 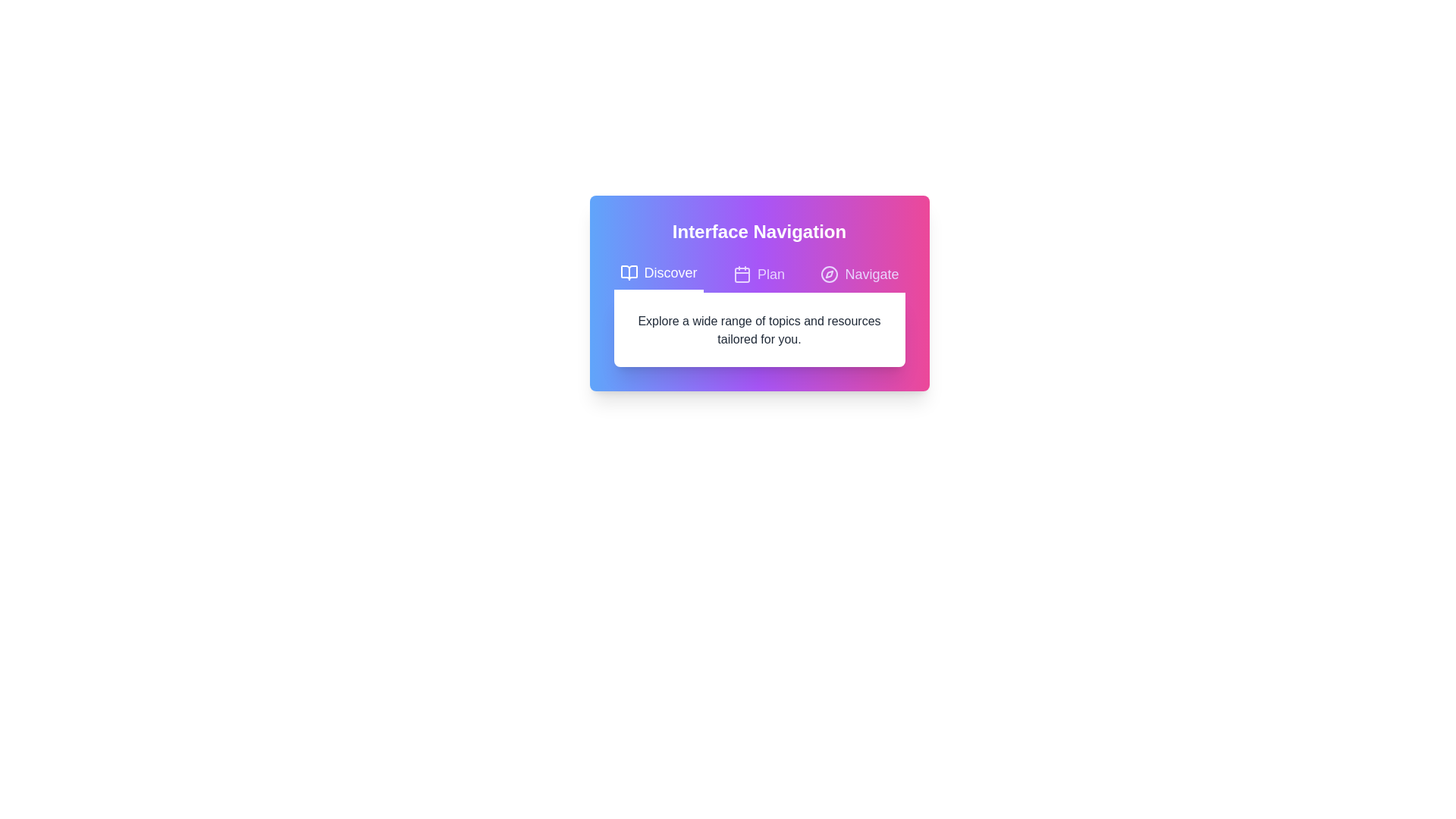 I want to click on the text block that describes 'Explore a wide range of topics and resources tailored for you.' located centrally under the headline 'Interface Navigation', so click(x=759, y=311).